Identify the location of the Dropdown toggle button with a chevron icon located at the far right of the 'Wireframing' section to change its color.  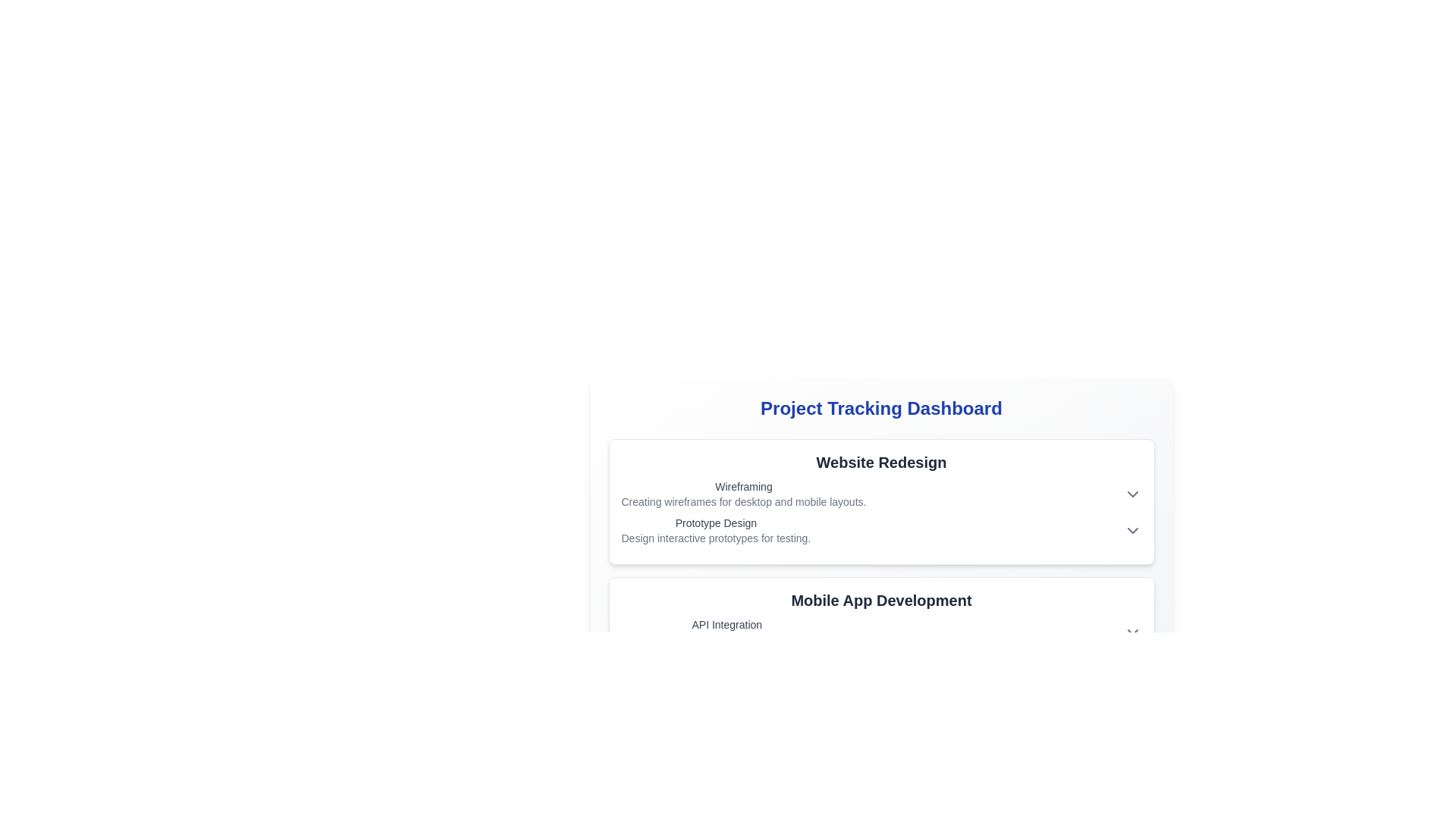
(1132, 494).